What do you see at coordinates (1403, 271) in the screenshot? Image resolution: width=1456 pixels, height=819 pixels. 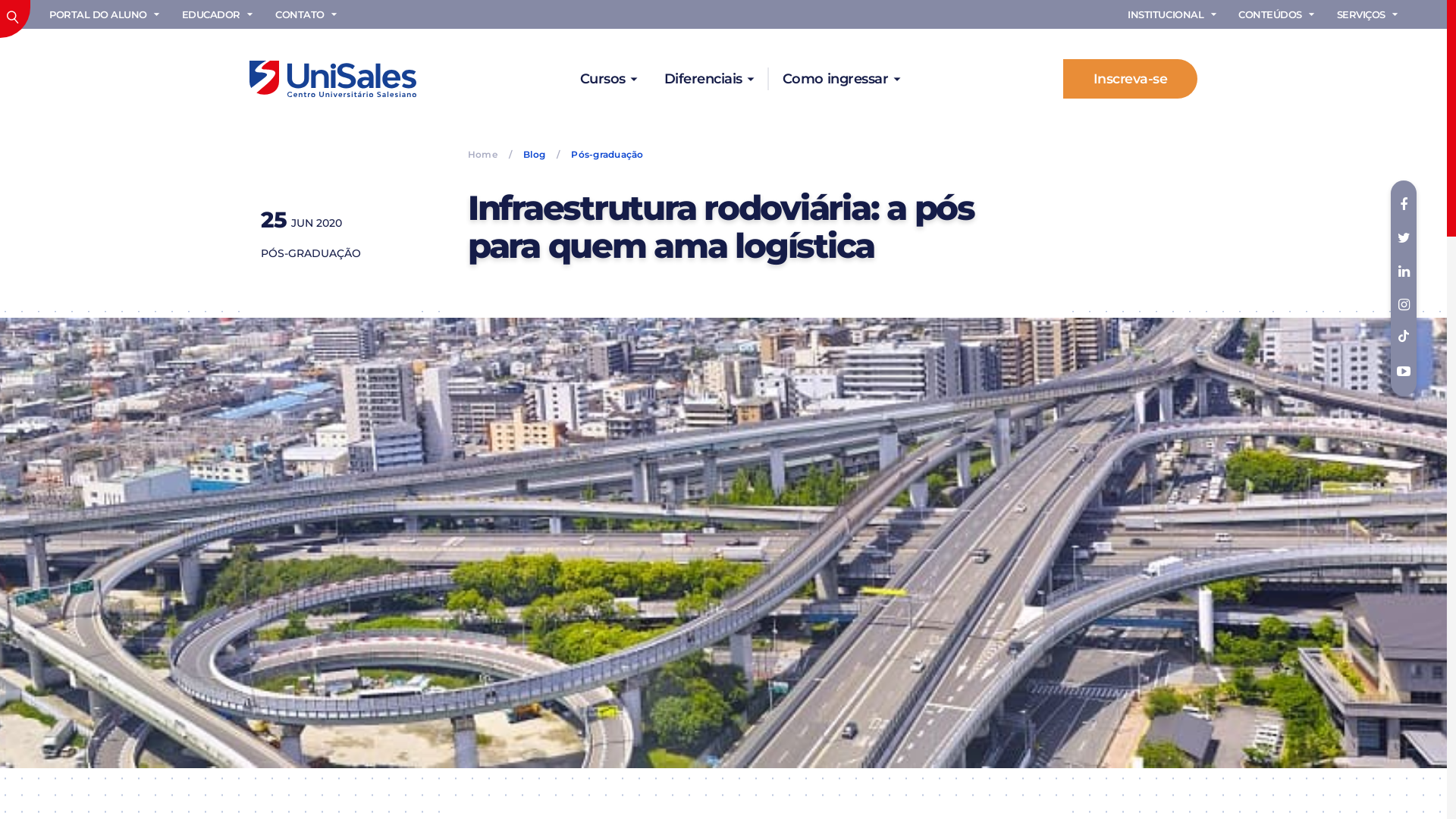 I see `'Linkedin'` at bounding box center [1403, 271].